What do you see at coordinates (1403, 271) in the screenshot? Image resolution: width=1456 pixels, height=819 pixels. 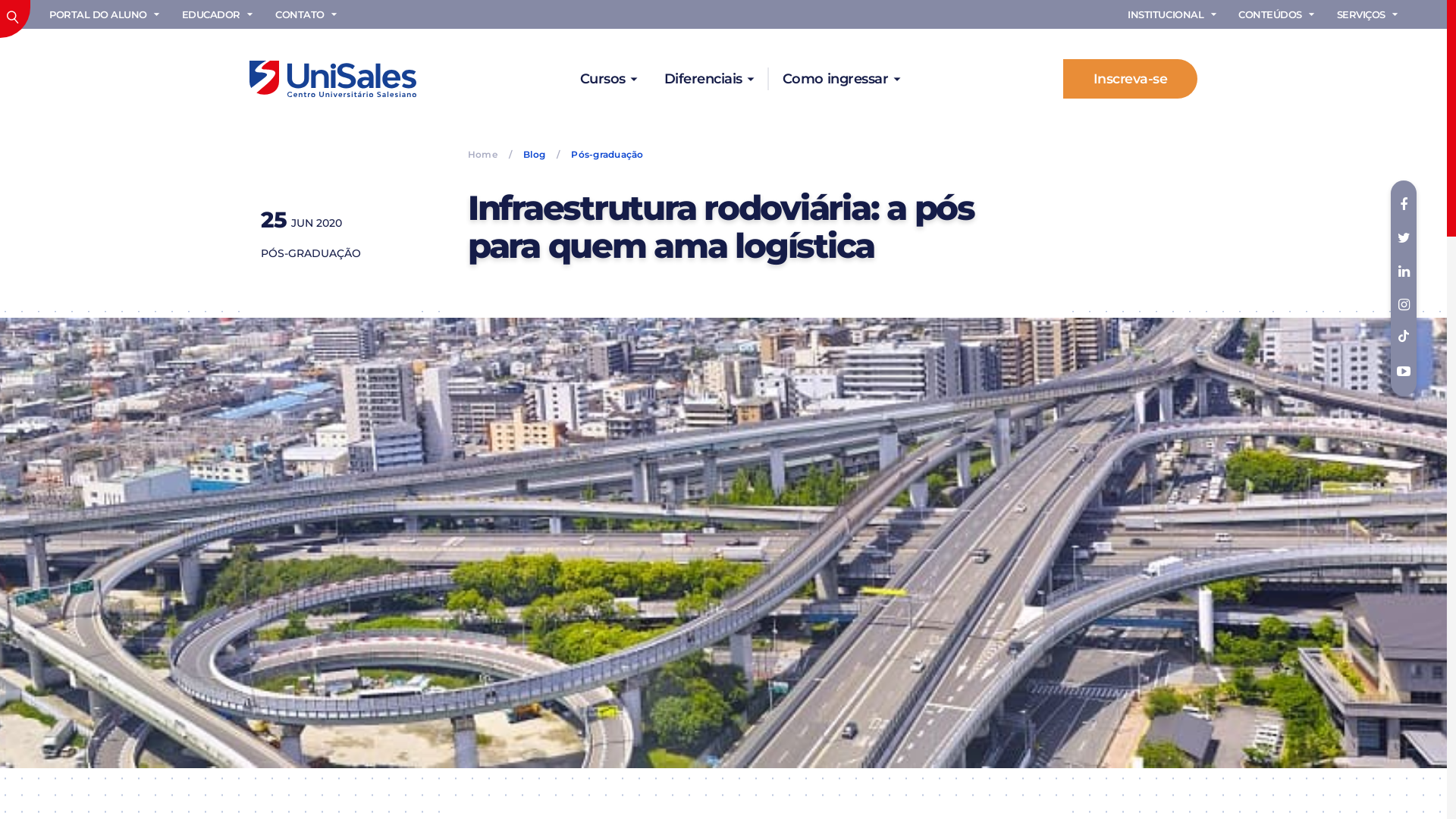 I see `'Linkedin'` at bounding box center [1403, 271].